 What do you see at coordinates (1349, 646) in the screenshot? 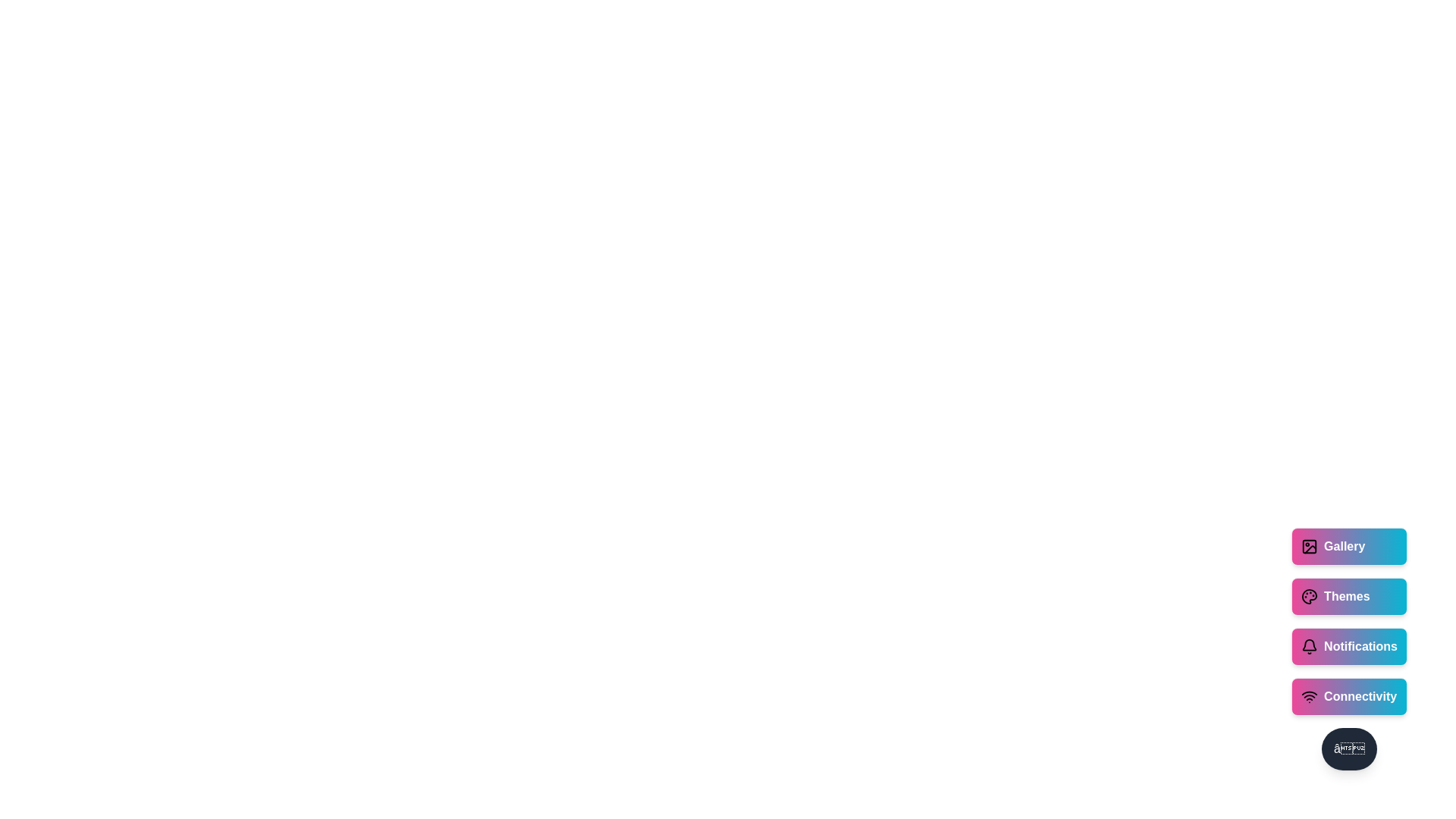
I see `the 'Notifications' button` at bounding box center [1349, 646].